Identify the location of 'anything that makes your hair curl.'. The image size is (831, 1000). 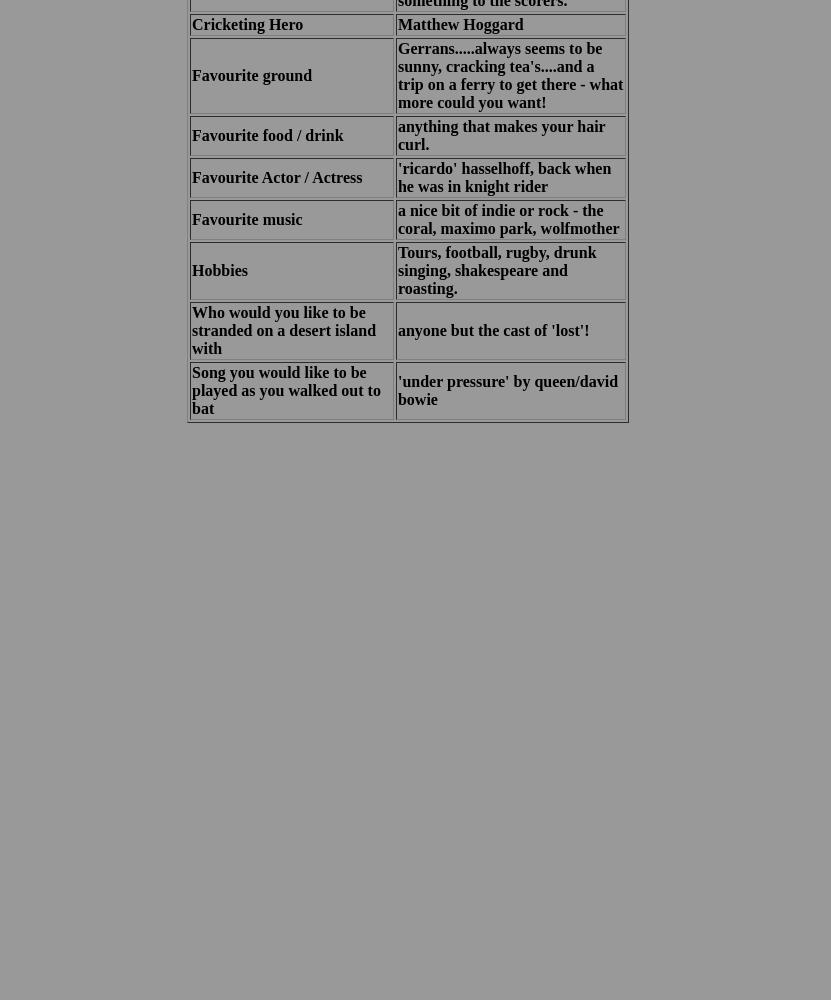
(501, 135).